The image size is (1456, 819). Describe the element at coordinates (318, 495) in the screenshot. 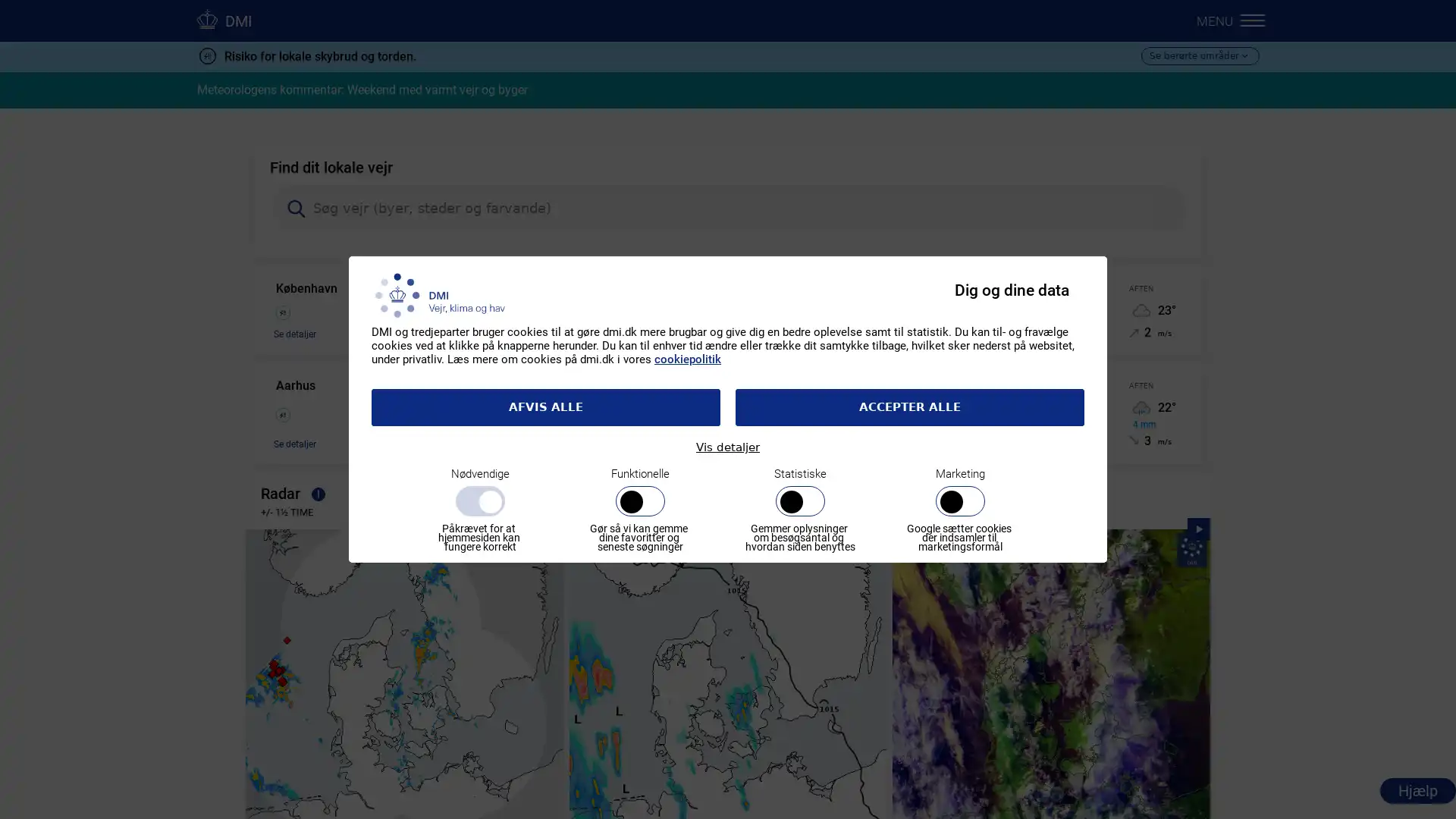

I see `Bemrk ikon` at that location.